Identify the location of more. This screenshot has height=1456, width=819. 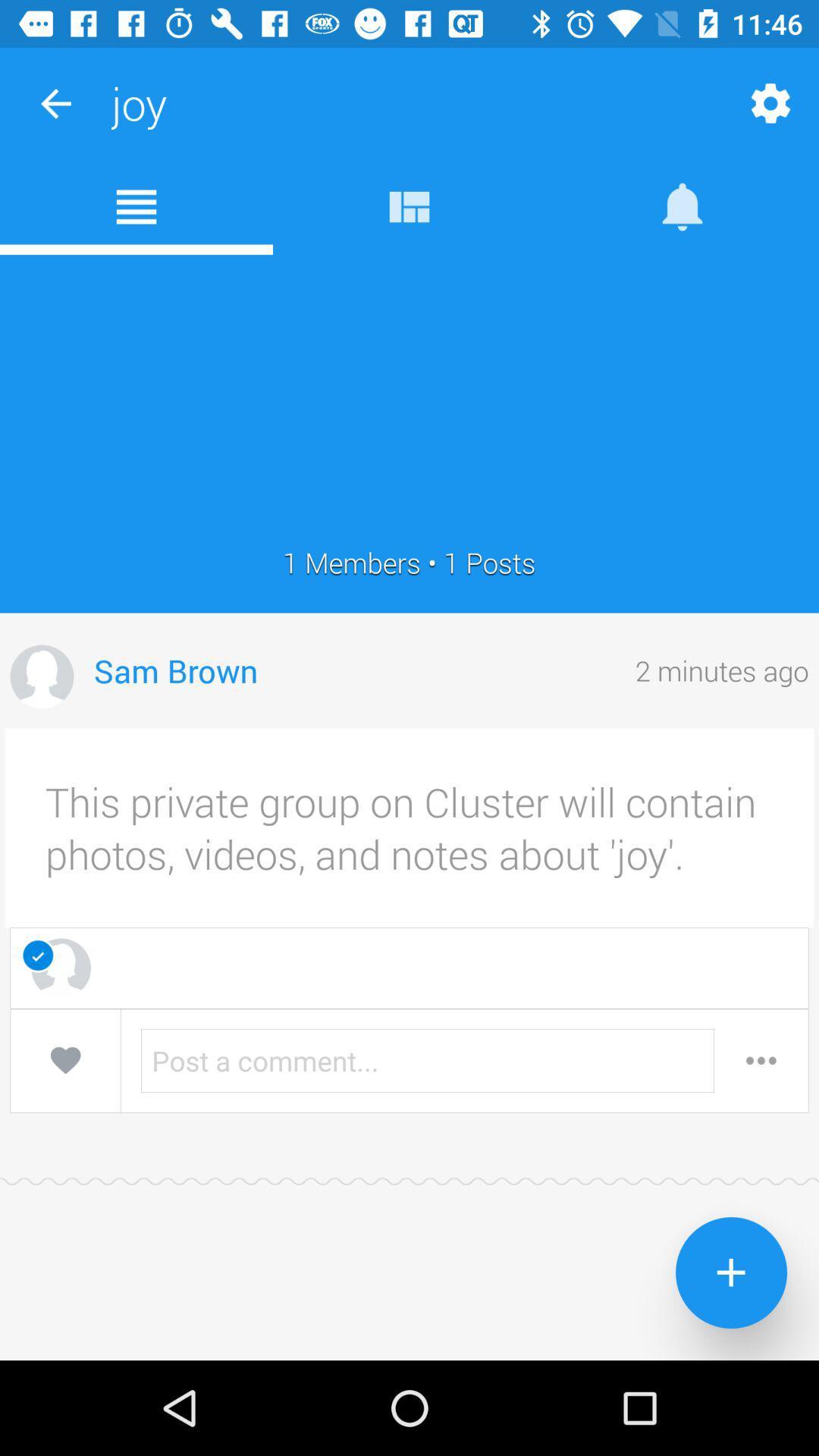
(761, 1059).